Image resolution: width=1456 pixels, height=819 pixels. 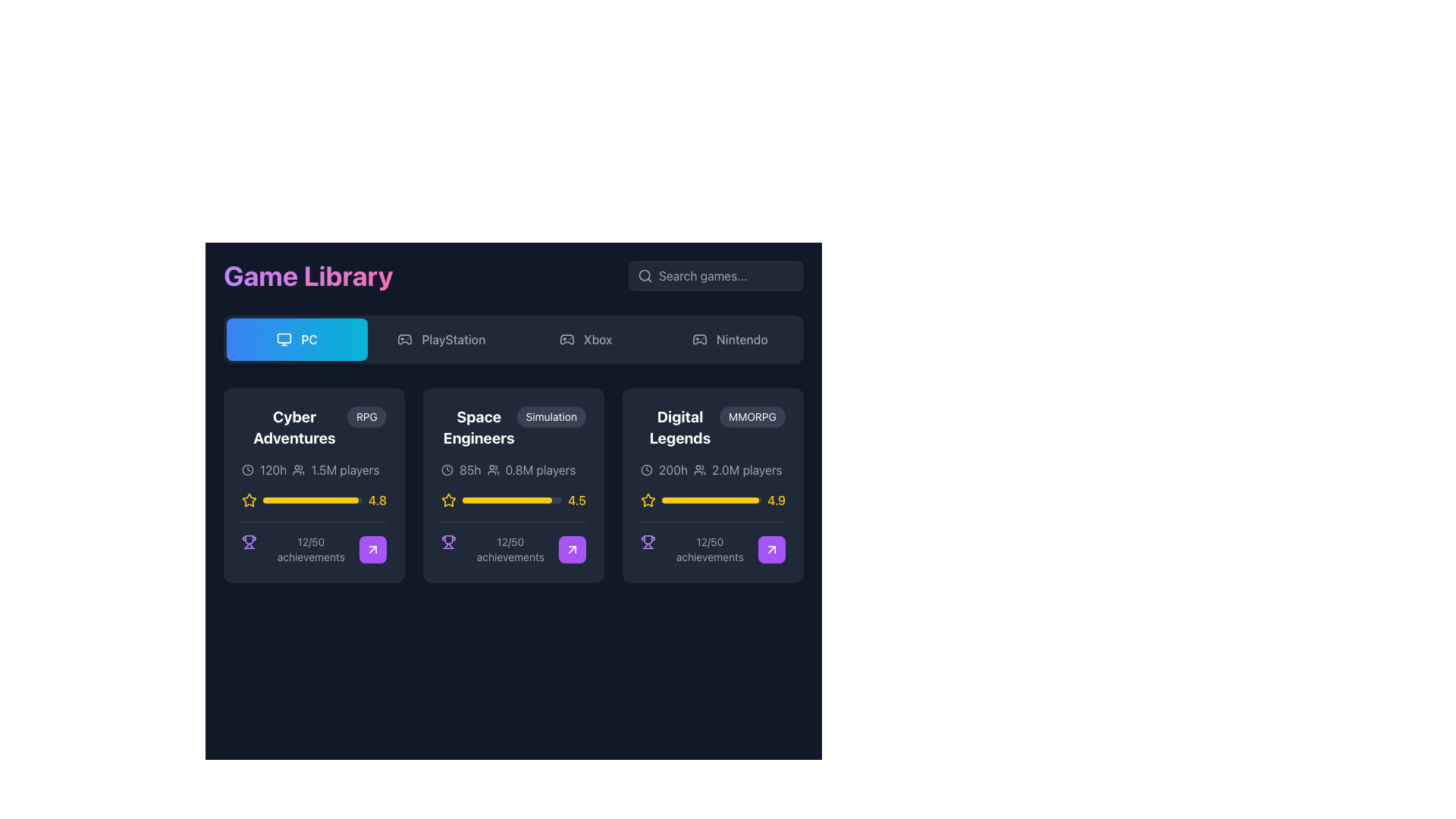 I want to click on the text element displaying '85h' in light gray color, which is located to the left of player information in the 'Space Engineers' card in the 'Game Library' section, so click(x=469, y=469).